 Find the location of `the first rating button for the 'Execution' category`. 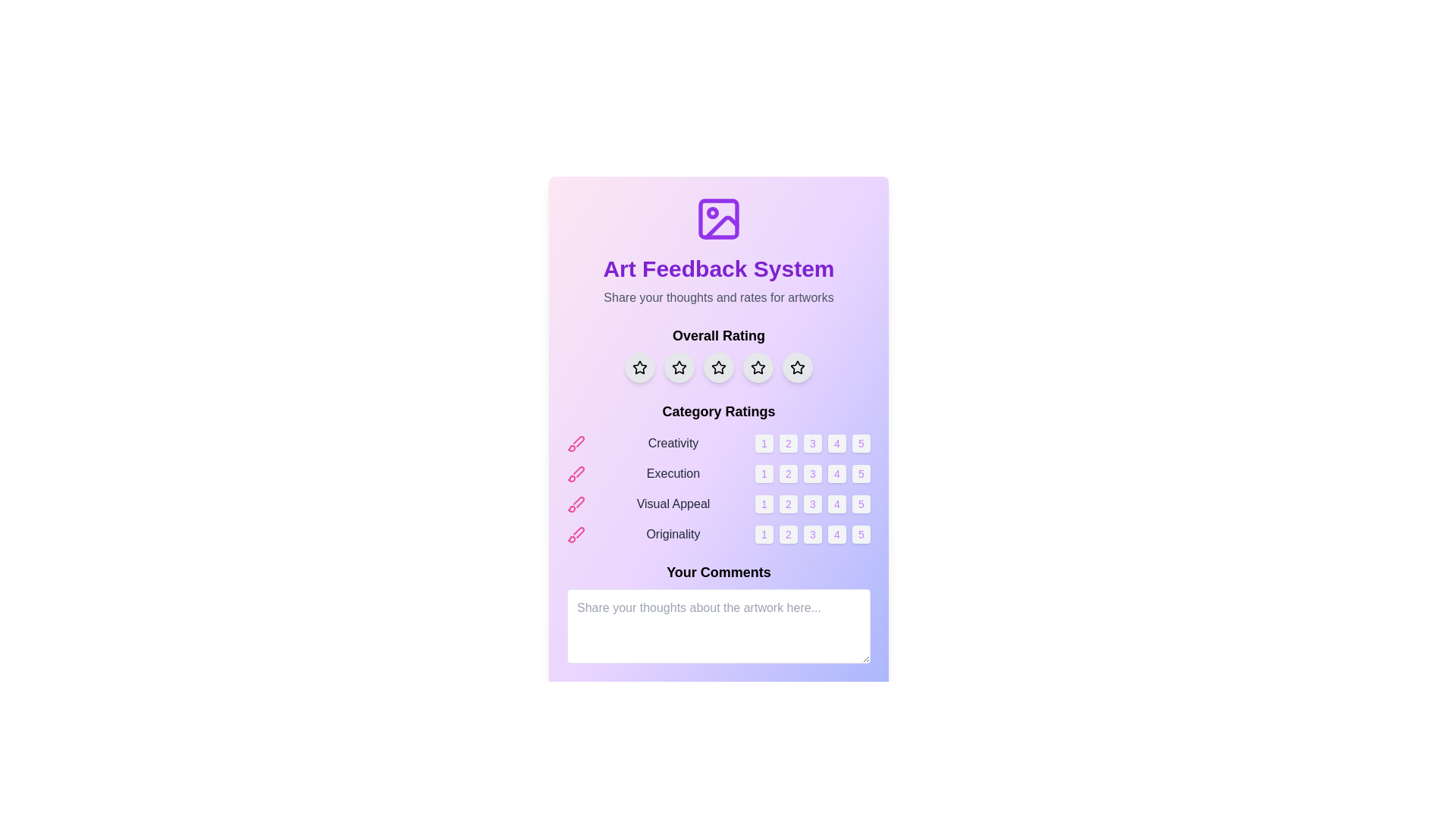

the first rating button for the 'Execution' category is located at coordinates (764, 472).